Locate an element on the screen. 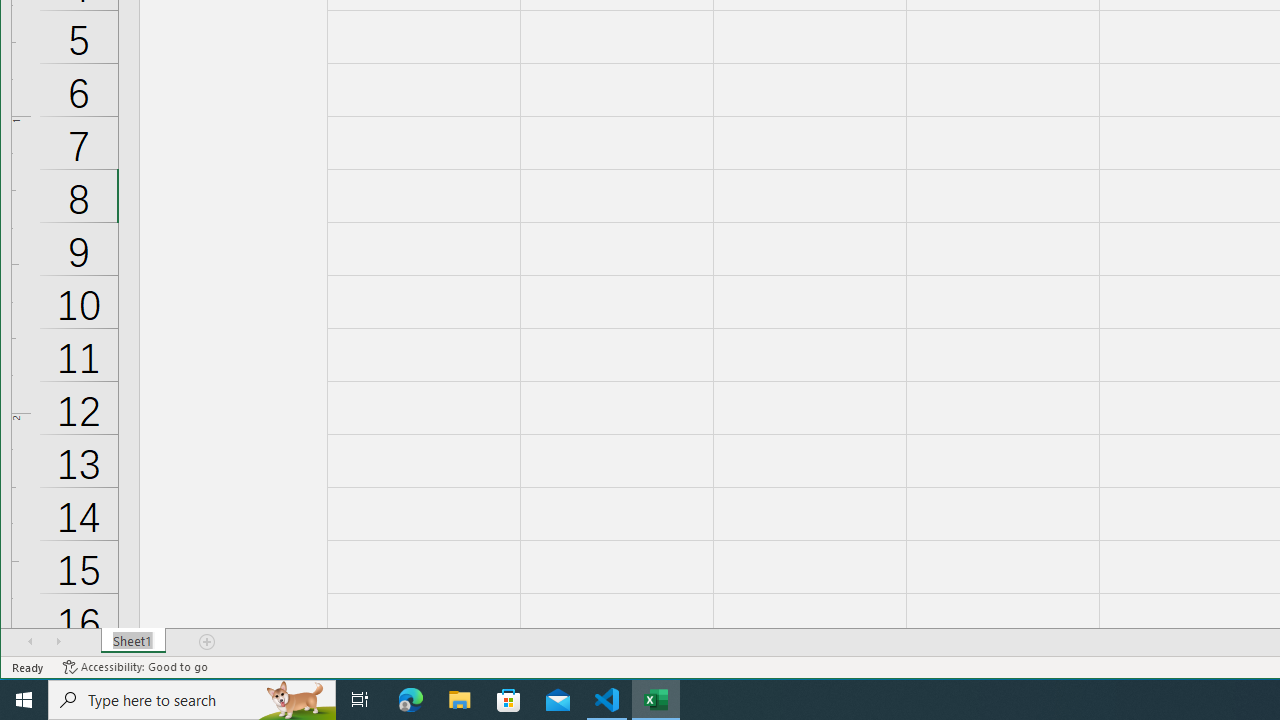 The width and height of the screenshot is (1280, 720). 'Sheet1' is located at coordinates (132, 641).